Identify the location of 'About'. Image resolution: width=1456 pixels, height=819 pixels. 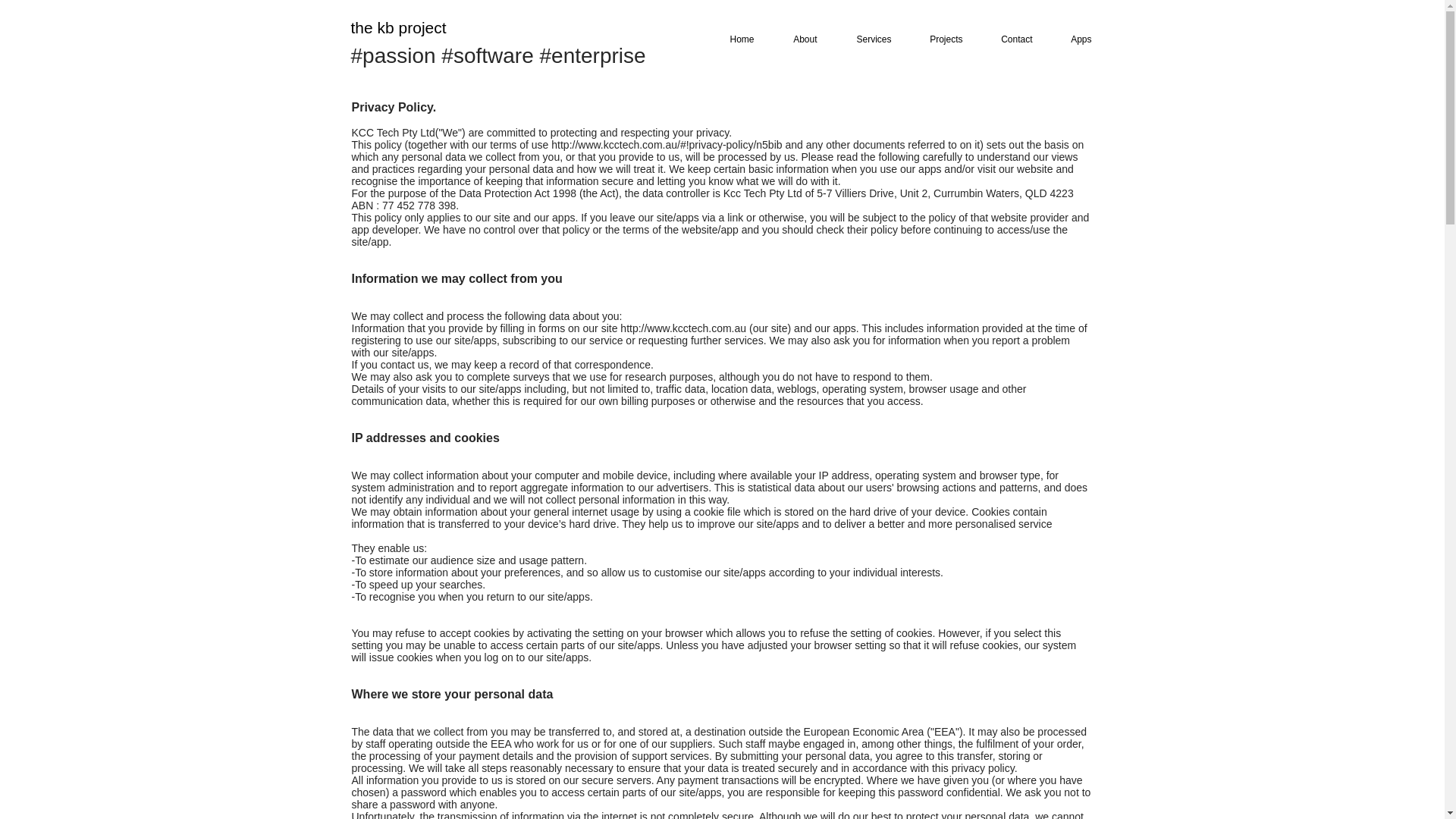
(798, 39).